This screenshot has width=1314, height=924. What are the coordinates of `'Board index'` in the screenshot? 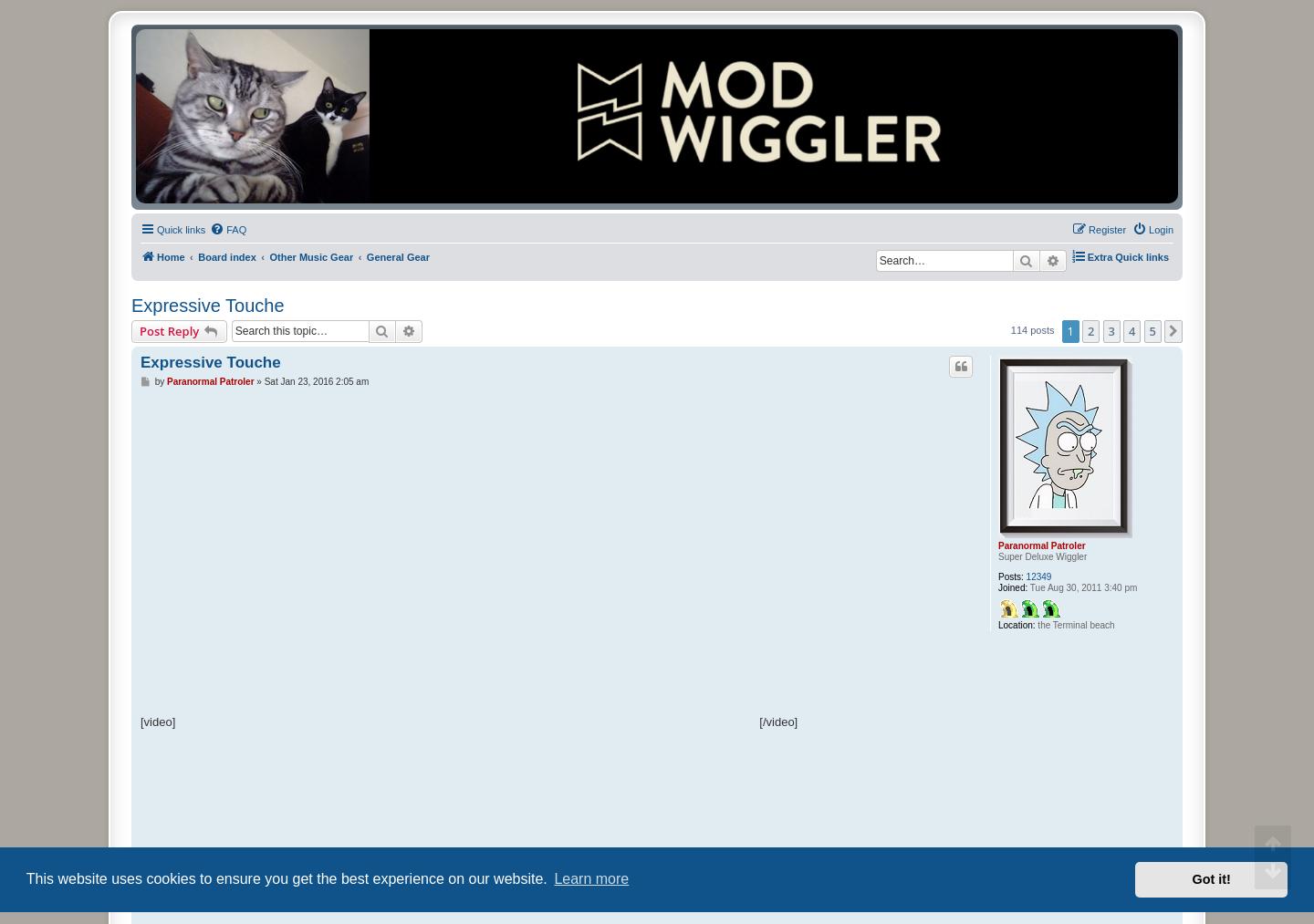 It's located at (225, 256).